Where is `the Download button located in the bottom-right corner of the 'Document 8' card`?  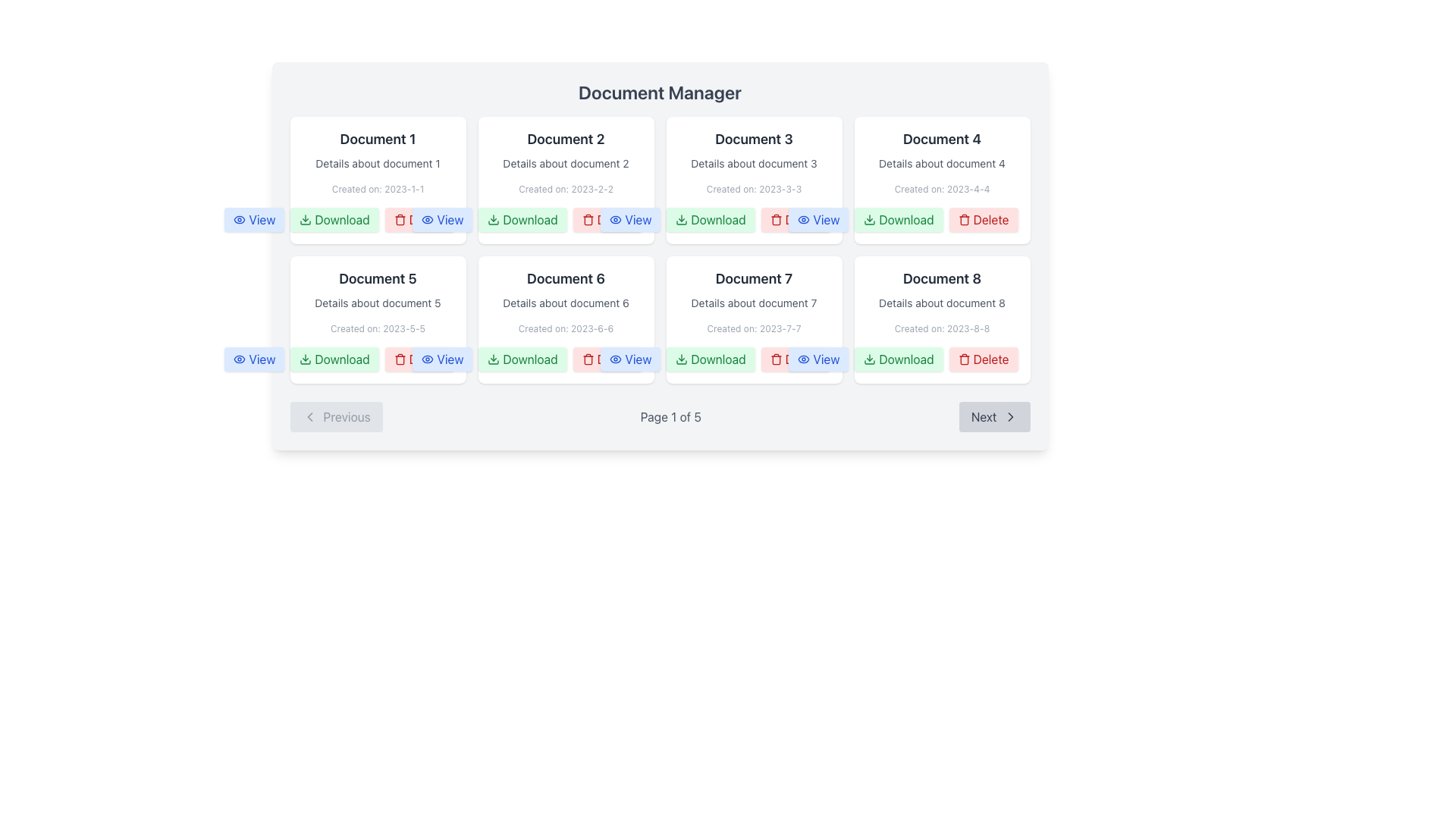
the Download button located in the bottom-right corner of the 'Document 8' card is located at coordinates (899, 359).